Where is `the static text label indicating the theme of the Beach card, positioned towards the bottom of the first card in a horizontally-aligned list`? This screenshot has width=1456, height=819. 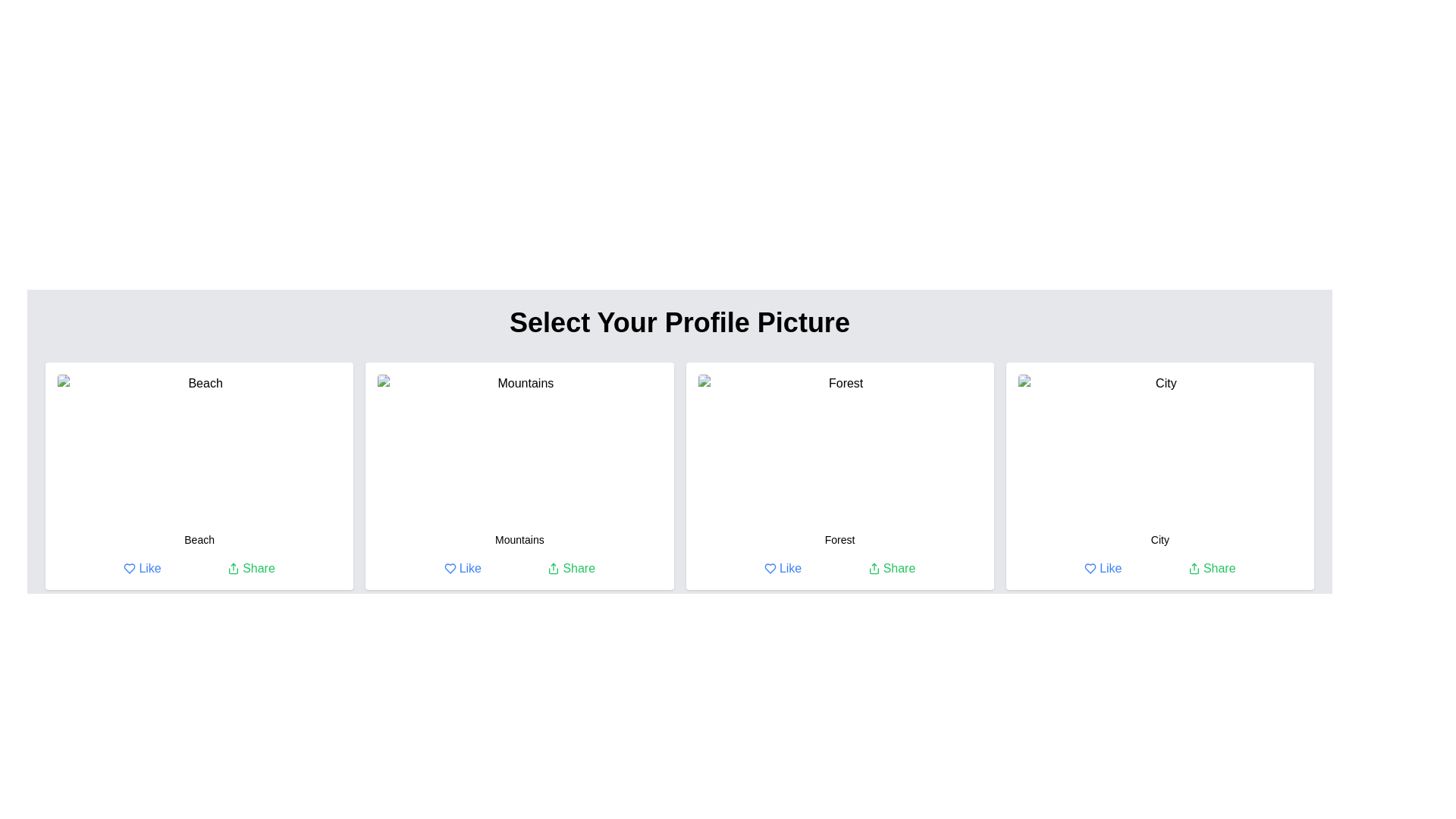
the static text label indicating the theme of the Beach card, positioned towards the bottom of the first card in a horizontally-aligned list is located at coordinates (199, 539).